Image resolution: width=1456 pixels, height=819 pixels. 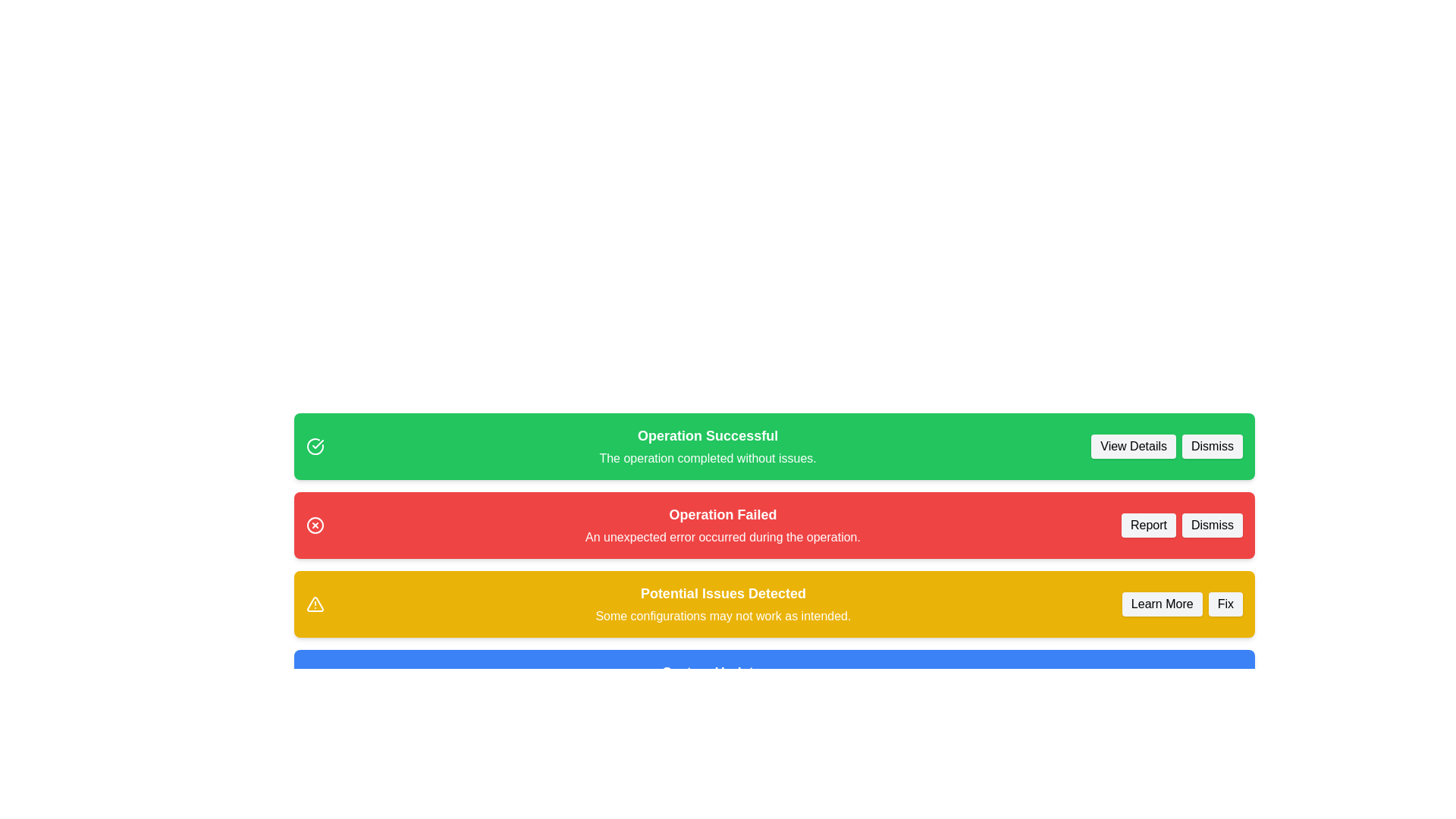 What do you see at coordinates (707, 458) in the screenshot?
I see `the text label that displays 'The operation completed without issues.' located beneath the title 'Operation Successful' in a green banner` at bounding box center [707, 458].